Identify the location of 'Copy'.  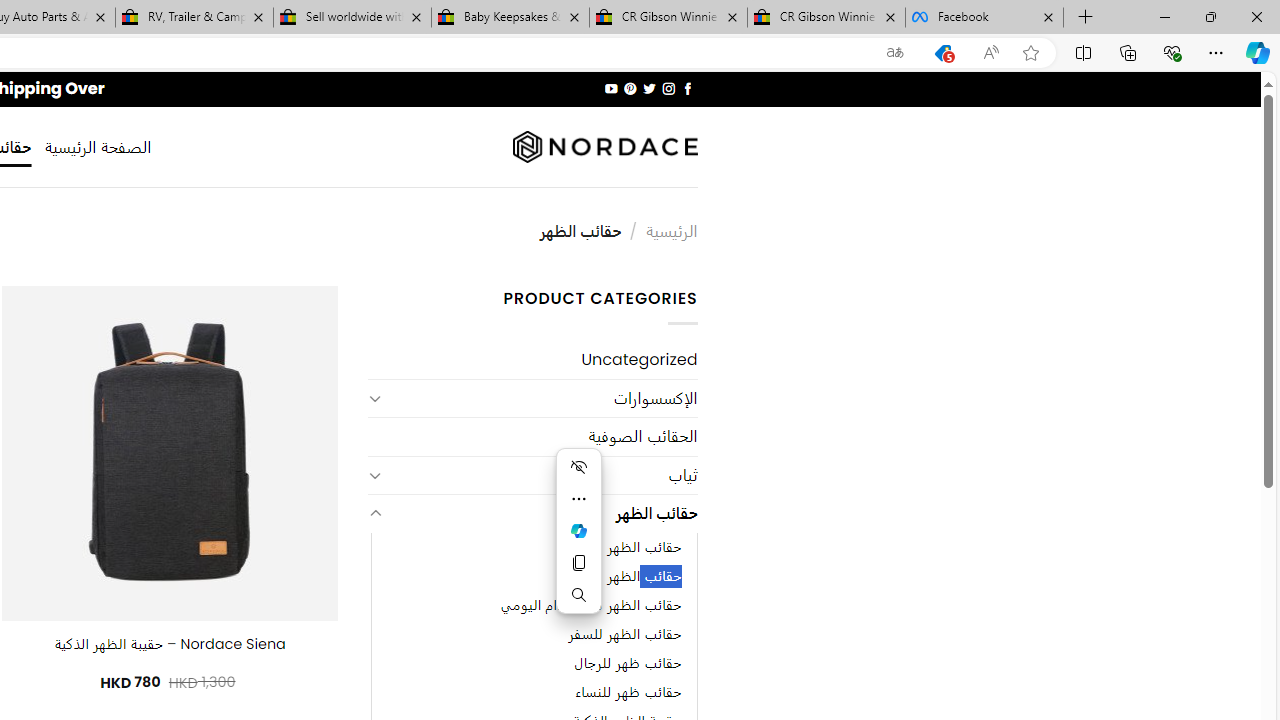
(578, 563).